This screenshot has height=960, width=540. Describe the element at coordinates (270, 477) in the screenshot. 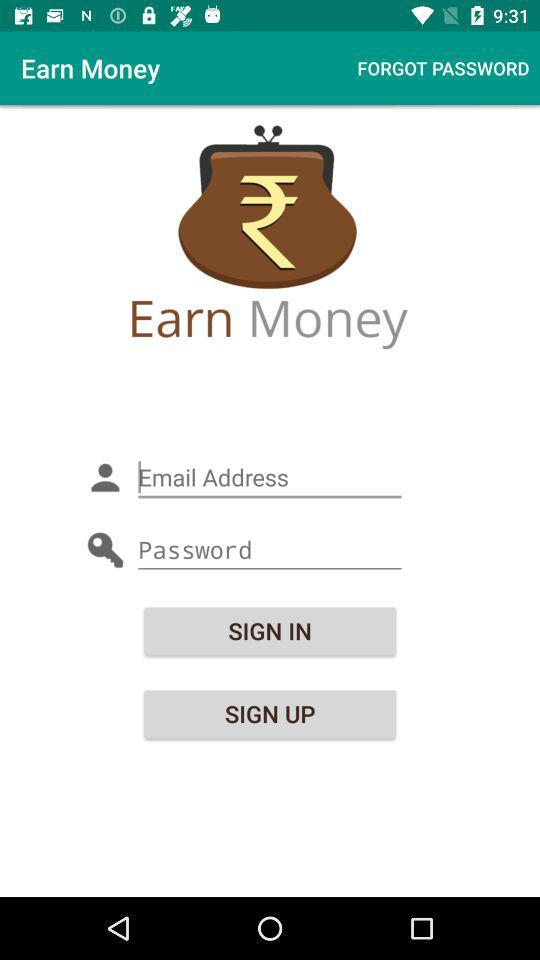

I see `email` at that location.